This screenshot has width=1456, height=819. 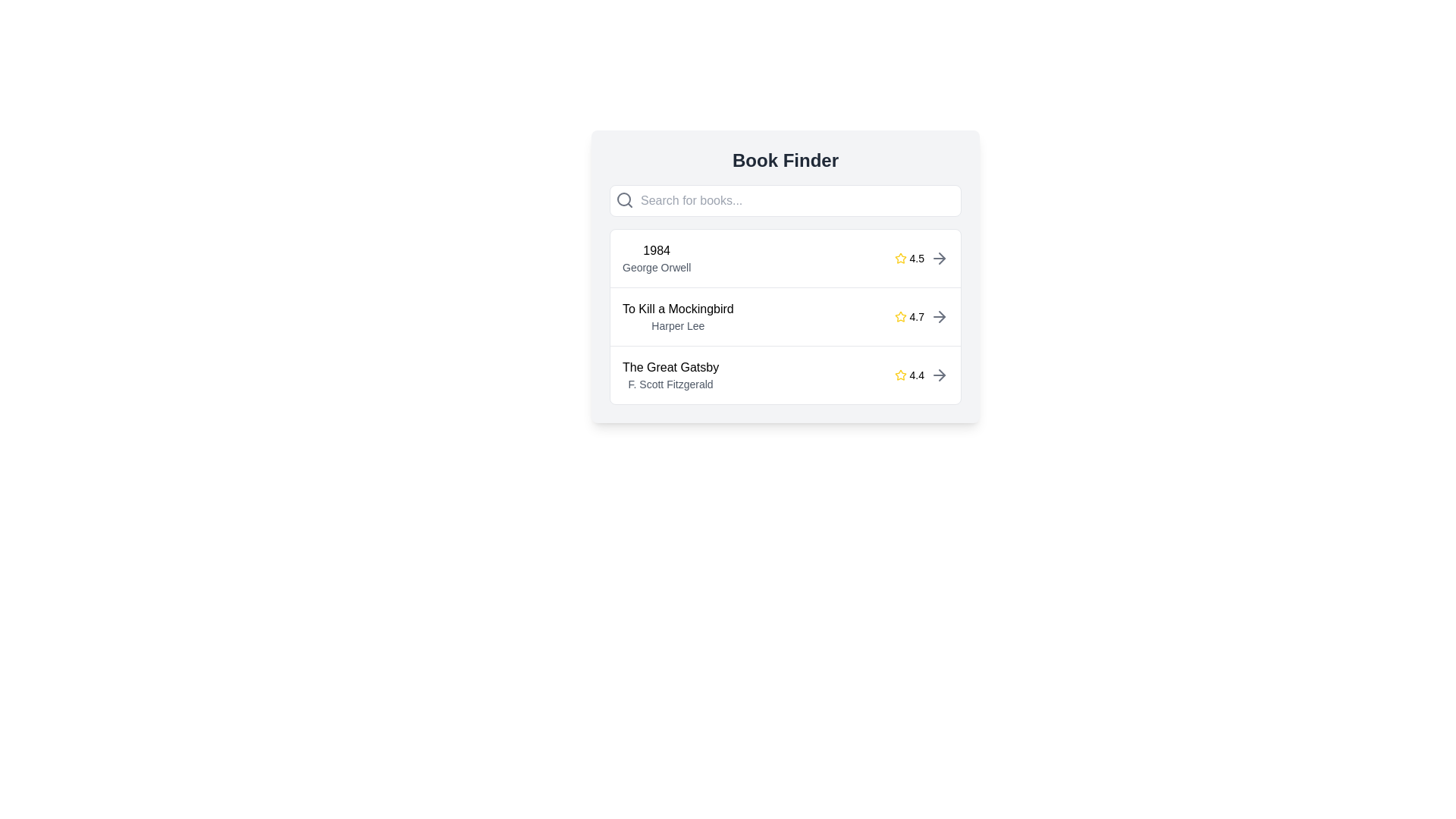 I want to click on the textual information display (title and author) of the first book, so click(x=656, y=257).